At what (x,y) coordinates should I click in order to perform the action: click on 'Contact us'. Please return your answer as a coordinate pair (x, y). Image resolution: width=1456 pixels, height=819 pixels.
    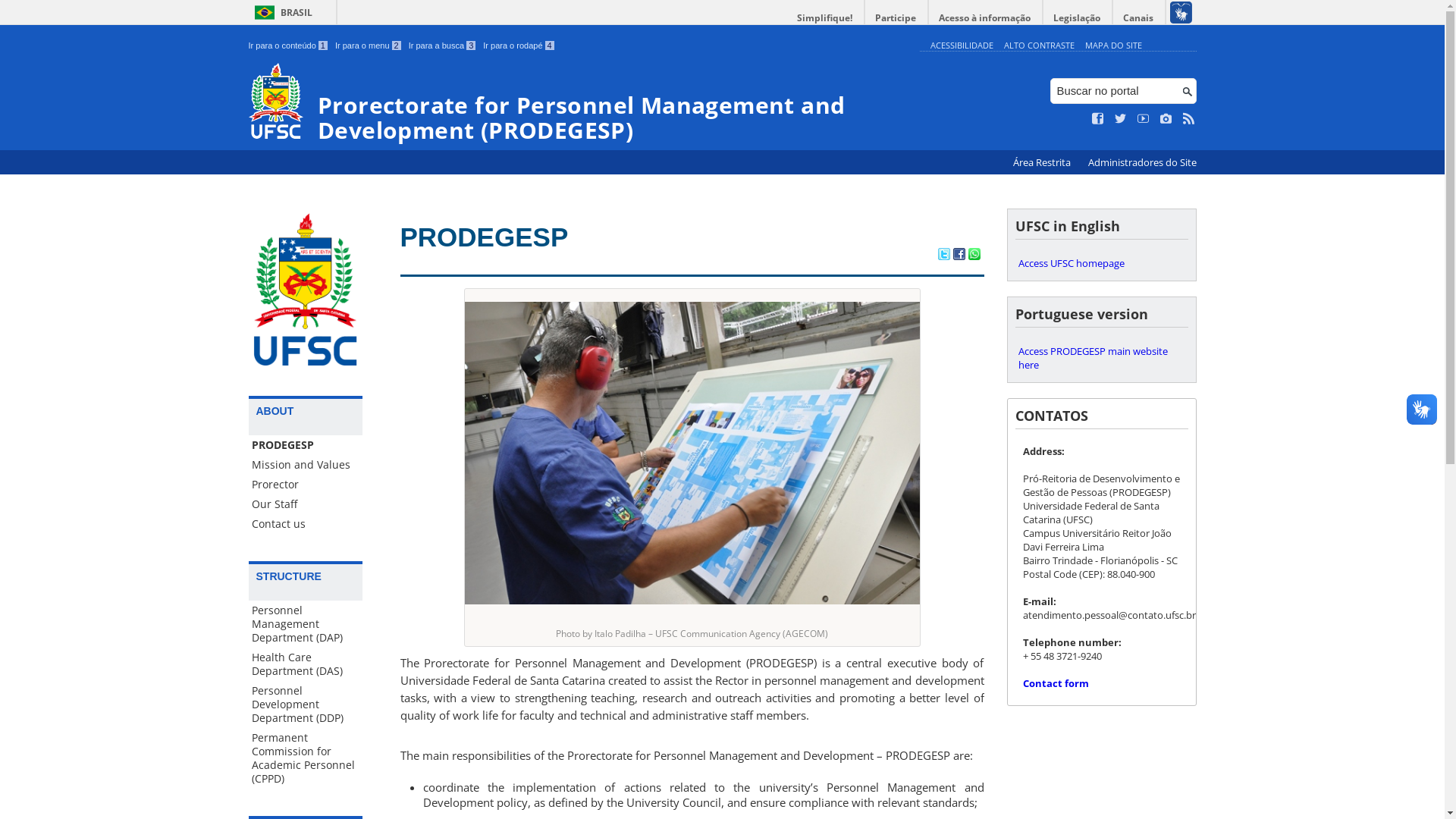
    Looking at the image, I should click on (305, 522).